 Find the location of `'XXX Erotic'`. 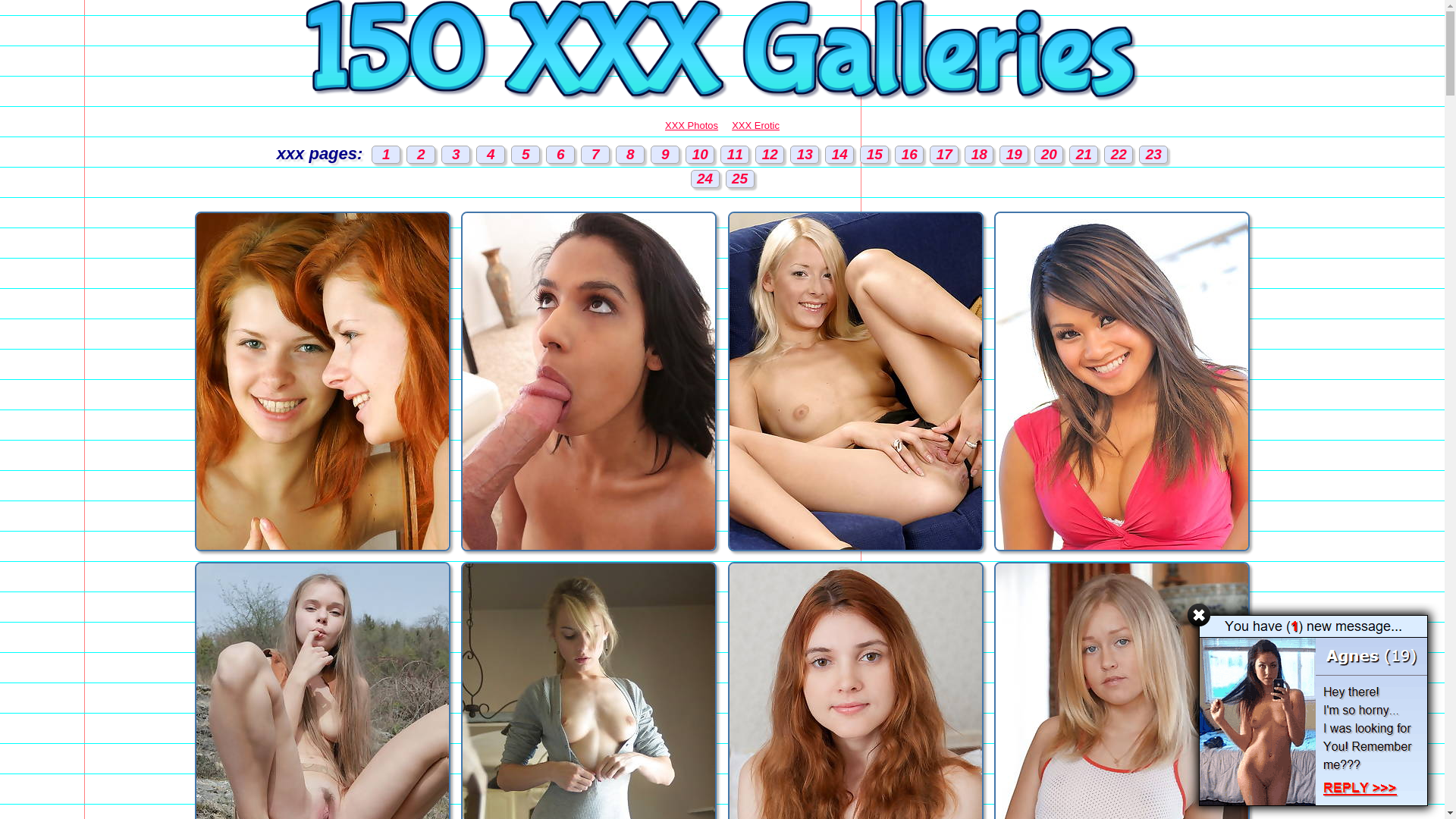

'XXX Erotic' is located at coordinates (755, 124).